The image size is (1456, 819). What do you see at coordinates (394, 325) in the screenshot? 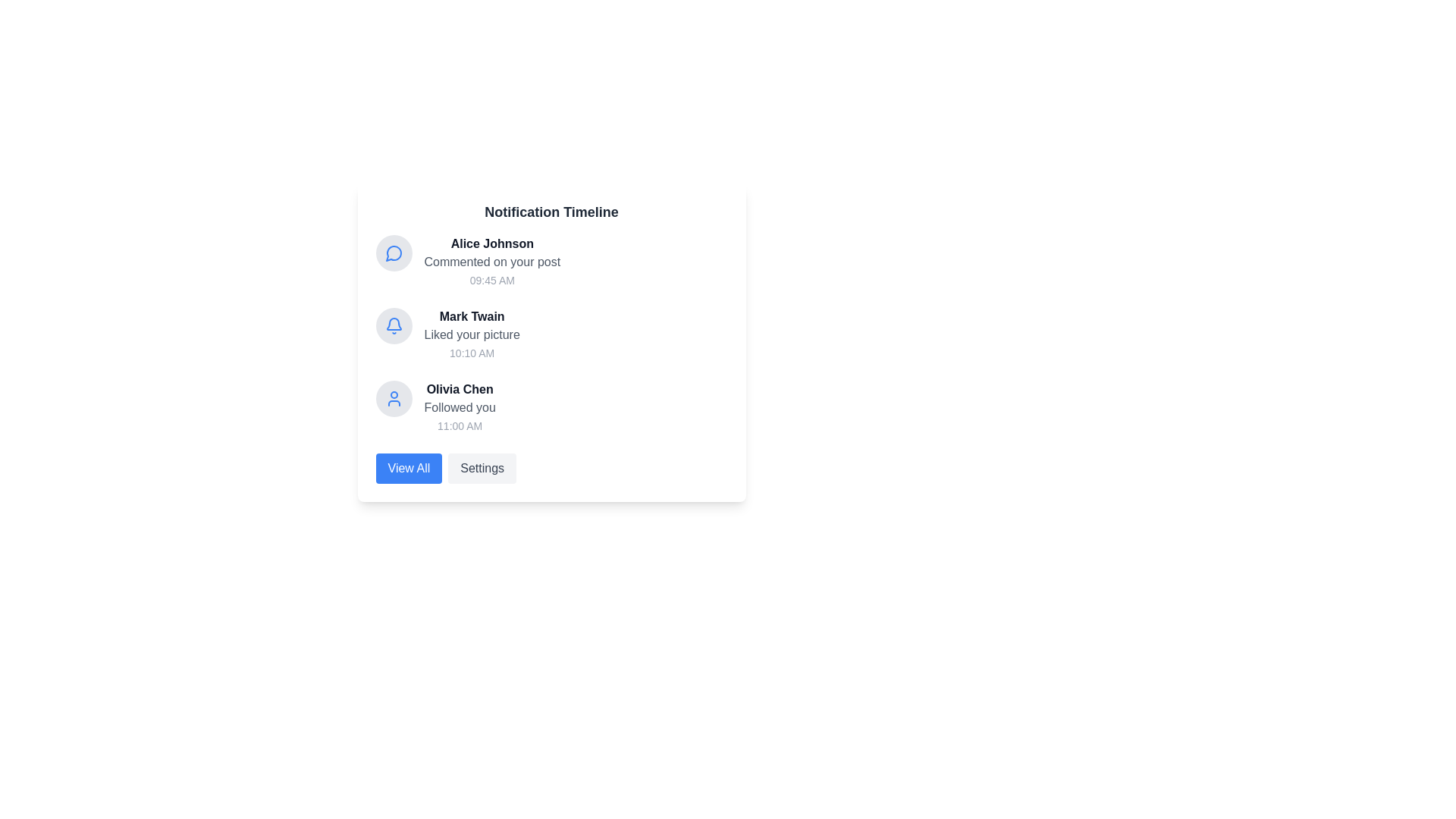
I see `the circular gray bell icon with a blue outline located to the left of the notification entry for 'Mark Twain'` at bounding box center [394, 325].